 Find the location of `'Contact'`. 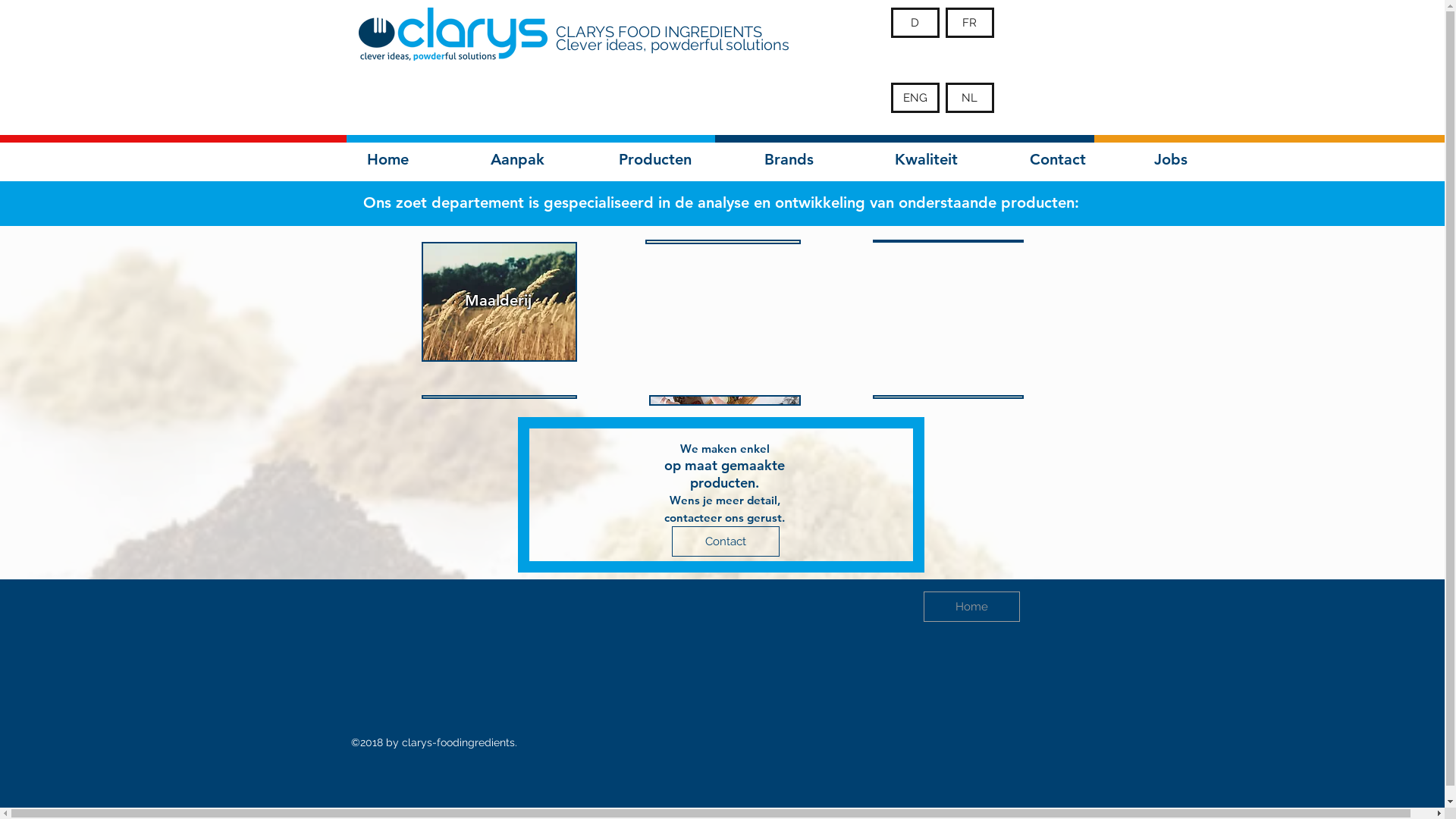

'Contact' is located at coordinates (724, 540).